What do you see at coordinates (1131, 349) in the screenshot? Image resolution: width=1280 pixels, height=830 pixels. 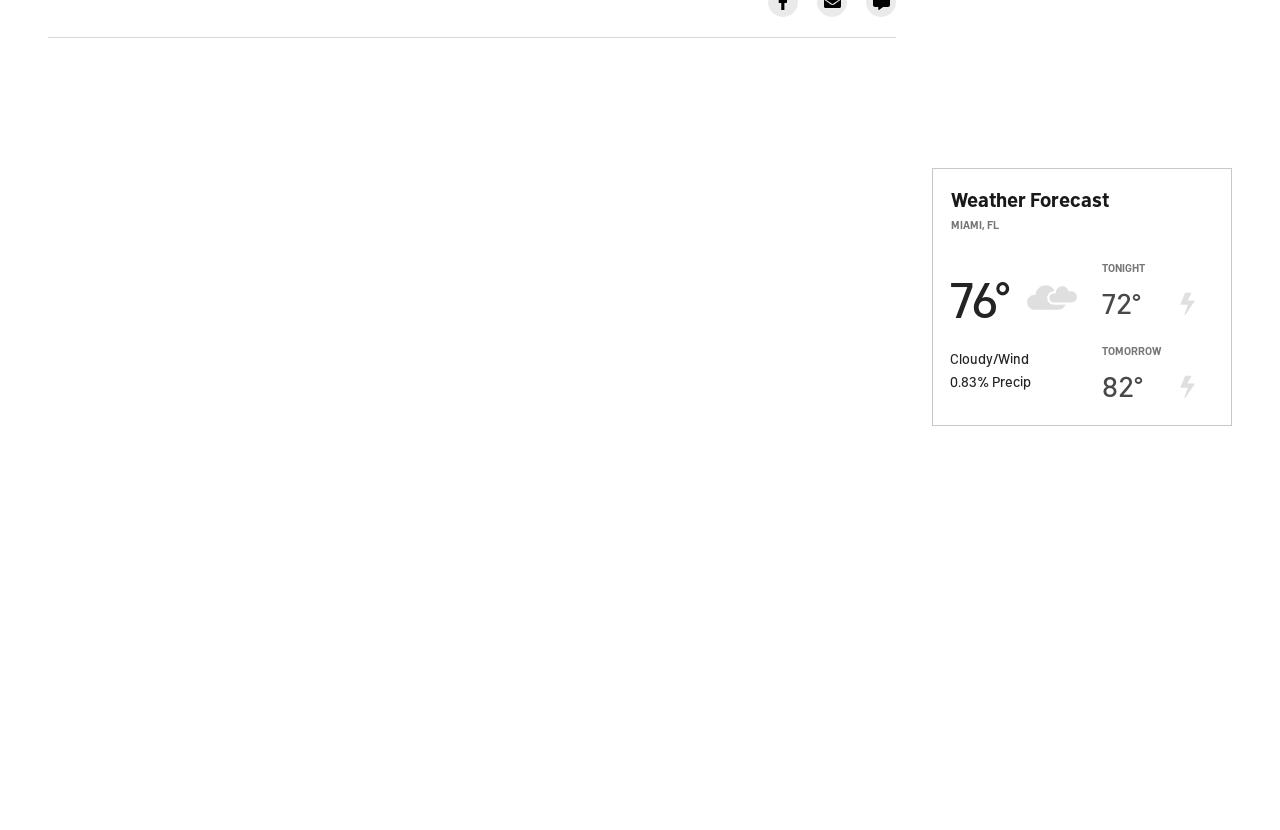 I see `'Tomorrow'` at bounding box center [1131, 349].